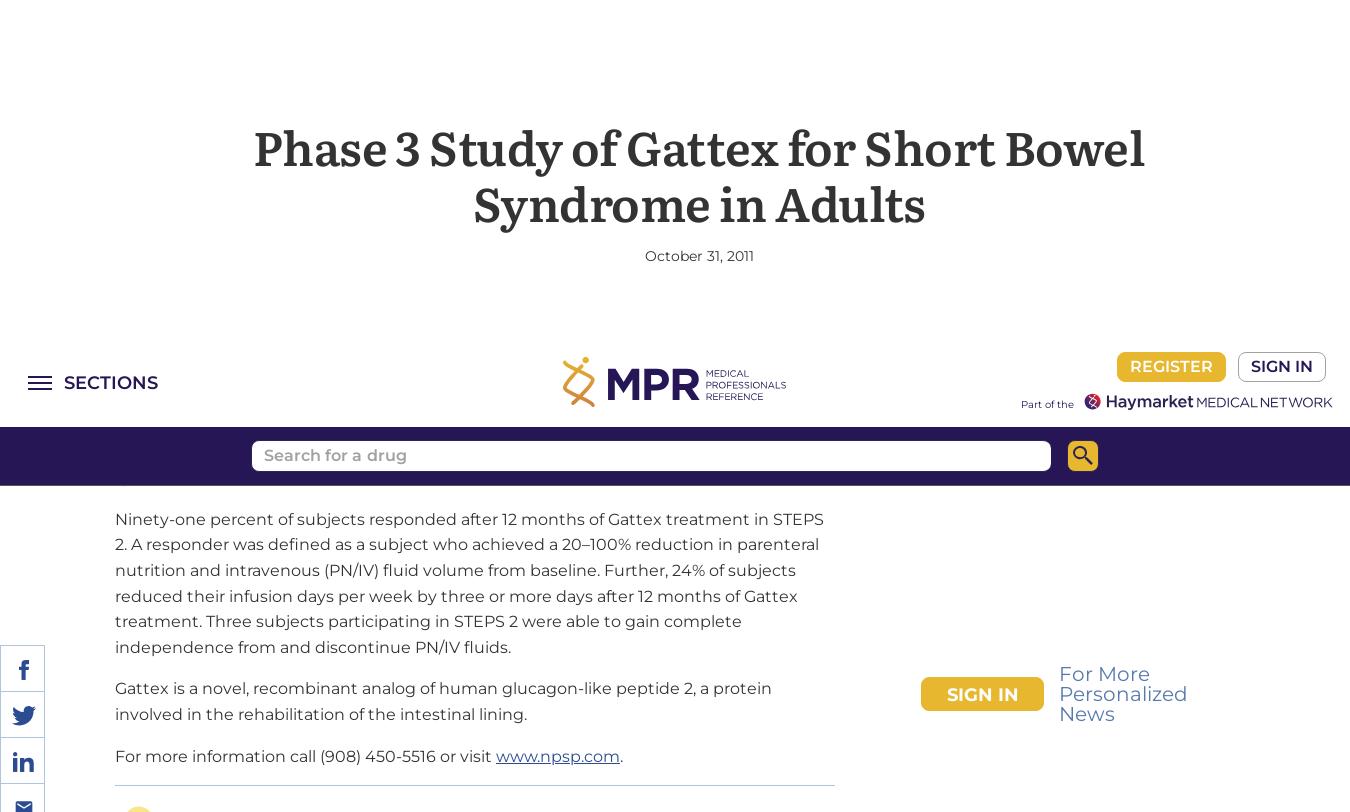 This screenshot has height=812, width=1350. I want to click on 'Gattex is a novel, recombinant analog of human glucagon-like peptide 2, a protein involved in the rehabilitation of the intestinal lining.', so click(443, 429).